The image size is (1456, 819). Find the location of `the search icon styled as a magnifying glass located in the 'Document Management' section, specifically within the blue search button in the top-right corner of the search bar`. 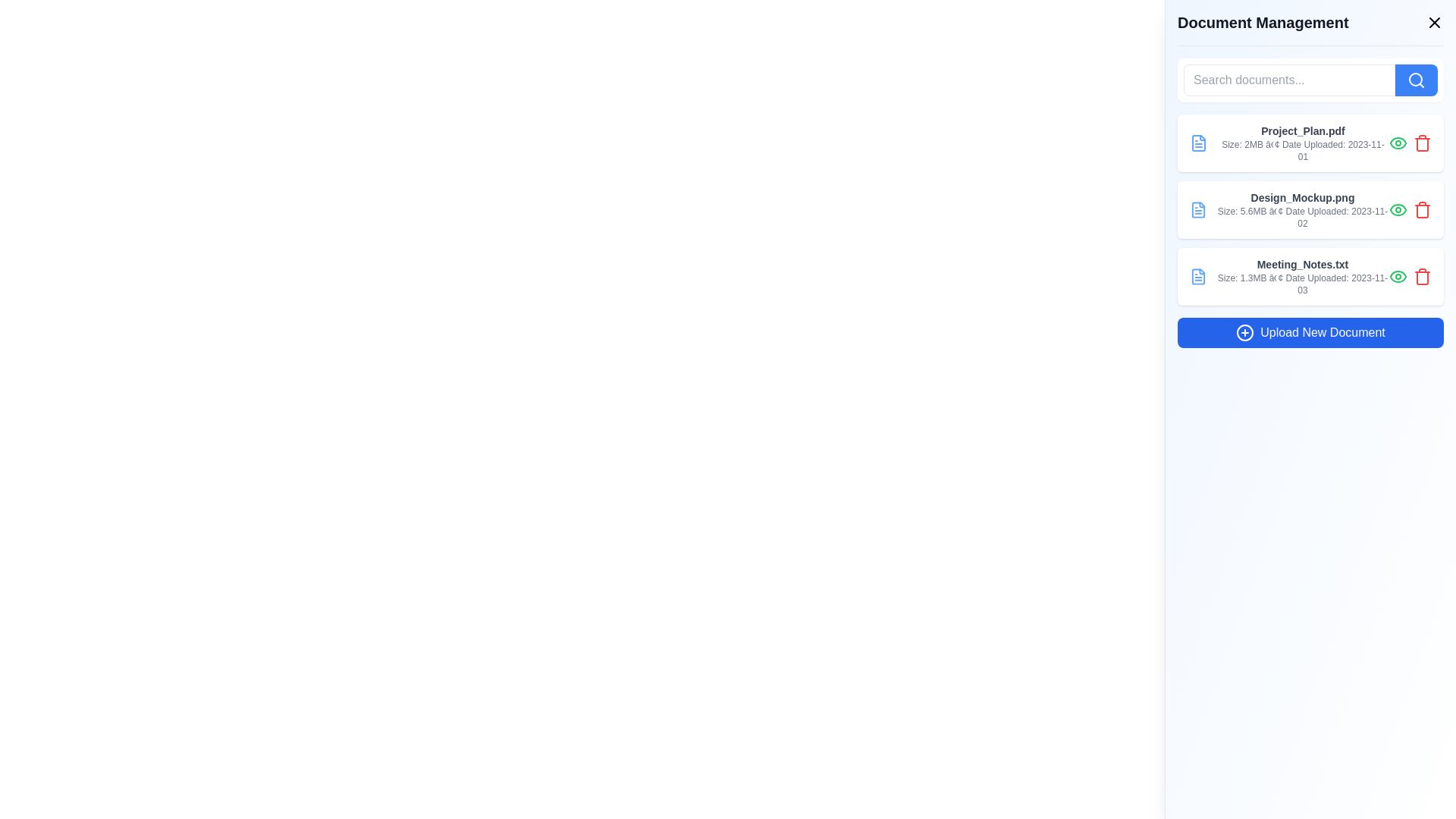

the search icon styled as a magnifying glass located in the 'Document Management' section, specifically within the blue search button in the top-right corner of the search bar is located at coordinates (1415, 80).